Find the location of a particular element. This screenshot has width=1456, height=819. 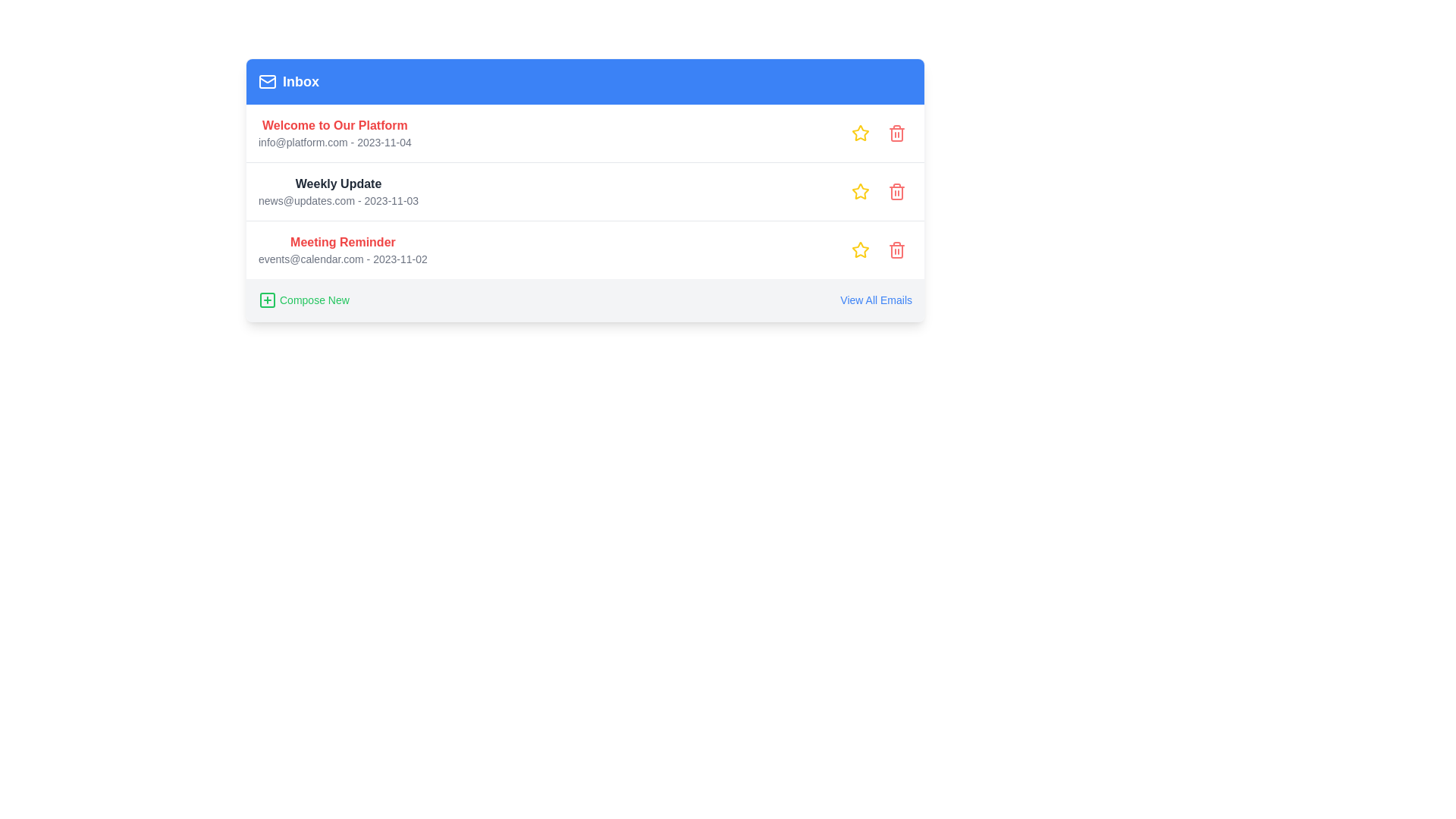

the second star icon to the right of the email titled 'Weekly Update' is located at coordinates (859, 190).